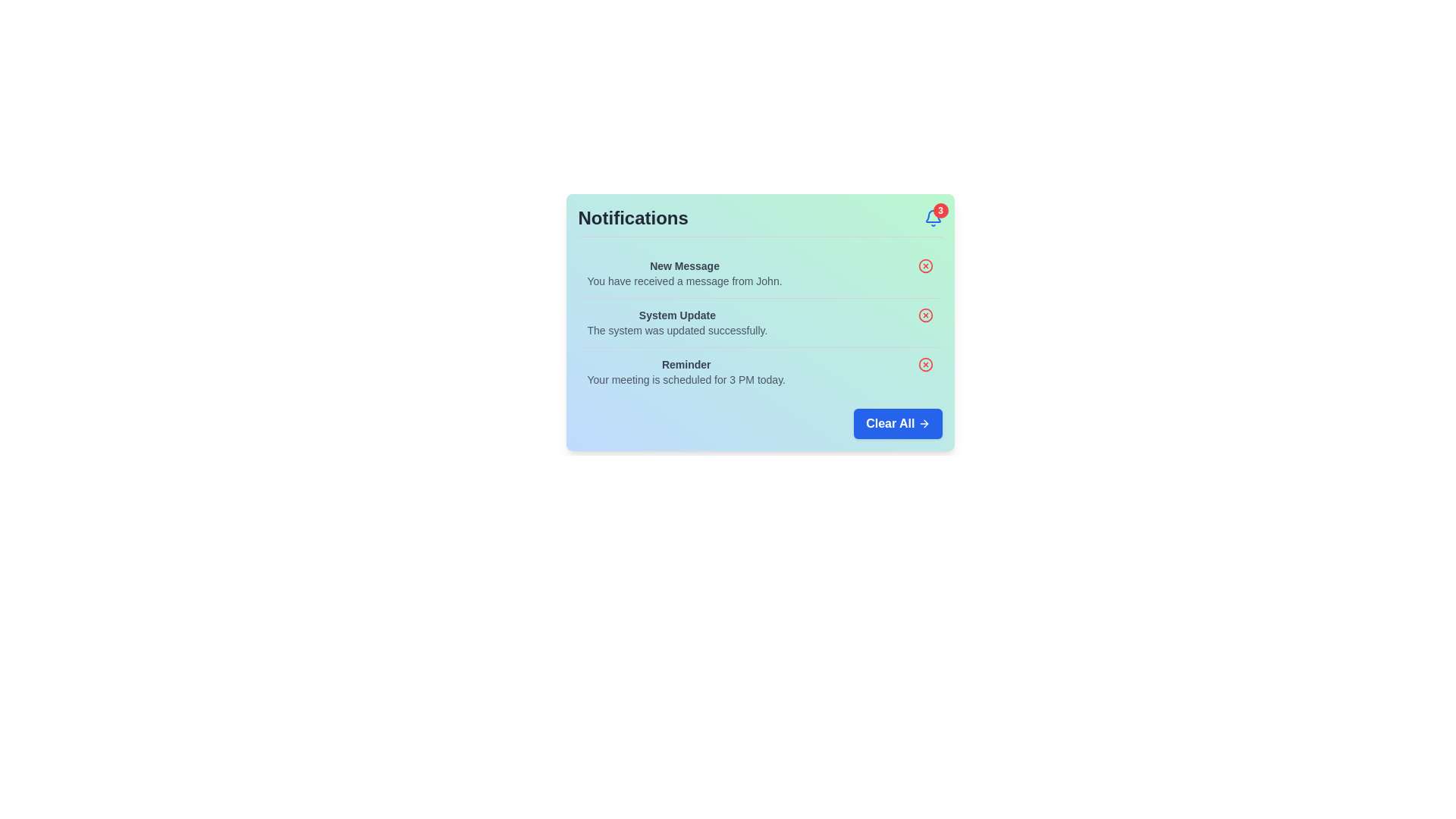  Describe the element at coordinates (924, 315) in the screenshot. I see `the red circular 'X' button in the 'System Update' notification row to visualize its hover state` at that location.